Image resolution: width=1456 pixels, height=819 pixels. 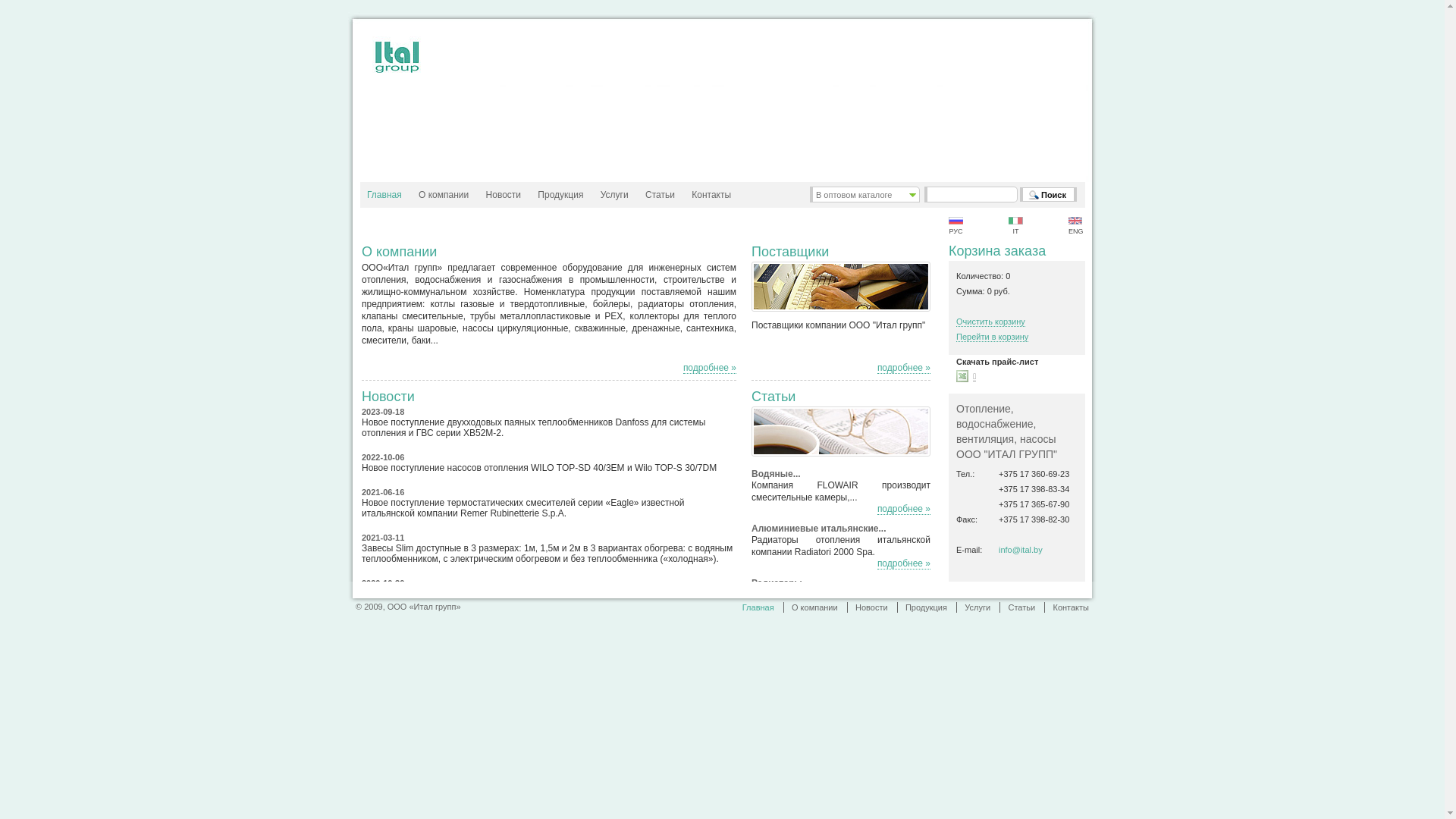 What do you see at coordinates (1015, 227) in the screenshot?
I see `'IT'` at bounding box center [1015, 227].